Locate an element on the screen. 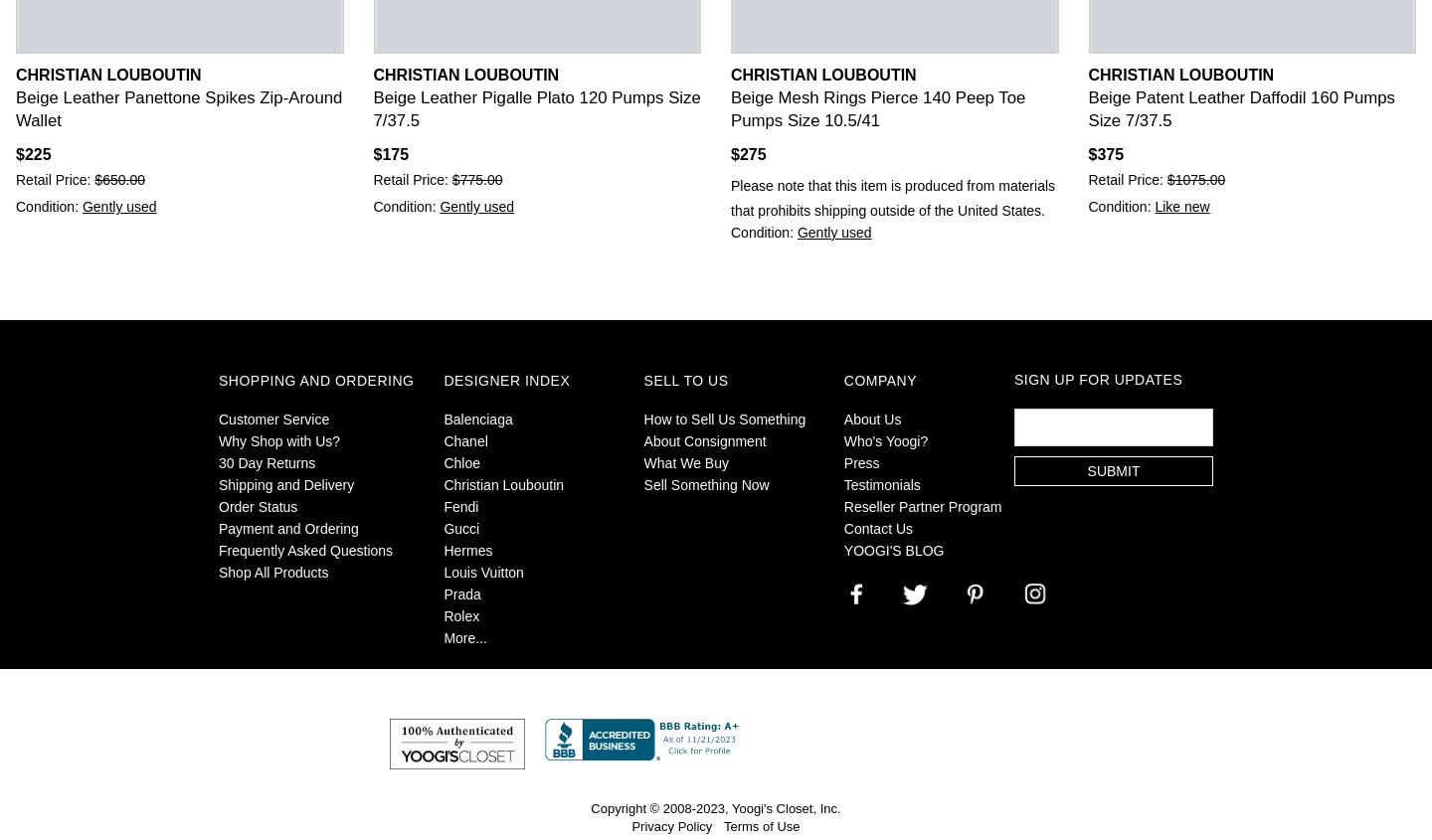  'Chanel' is located at coordinates (465, 440).